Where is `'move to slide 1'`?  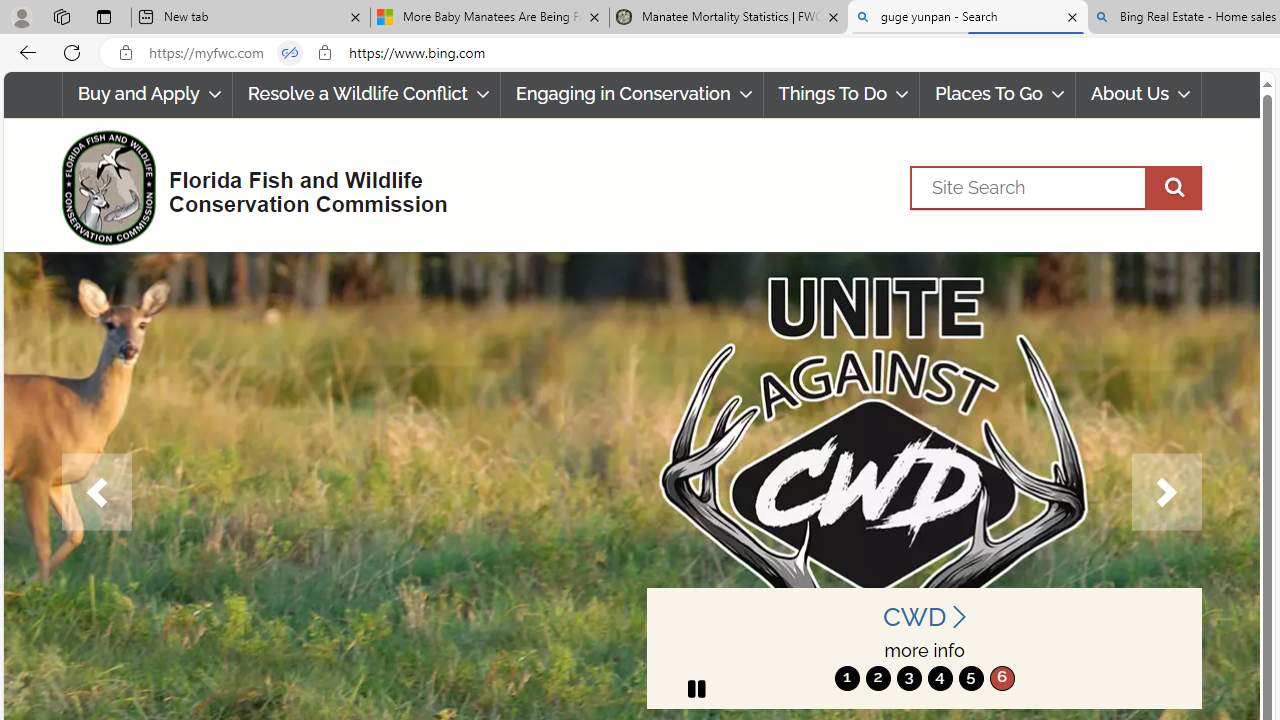
'move to slide 1' is located at coordinates (847, 677).